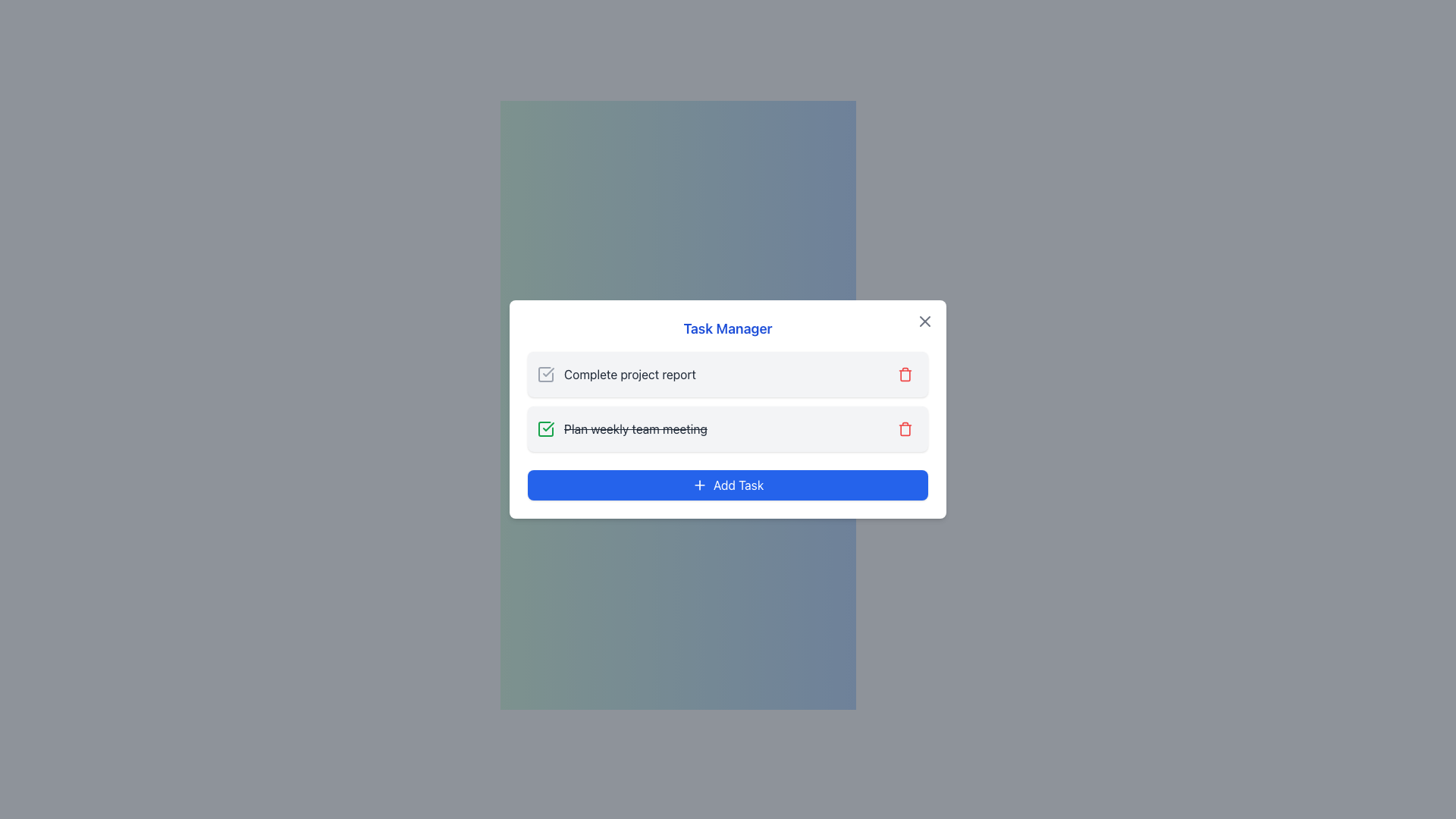 This screenshot has width=1456, height=819. Describe the element at coordinates (629, 374) in the screenshot. I see `the text label that indicates the task description 'Complete project report' to associate it with its task` at that location.